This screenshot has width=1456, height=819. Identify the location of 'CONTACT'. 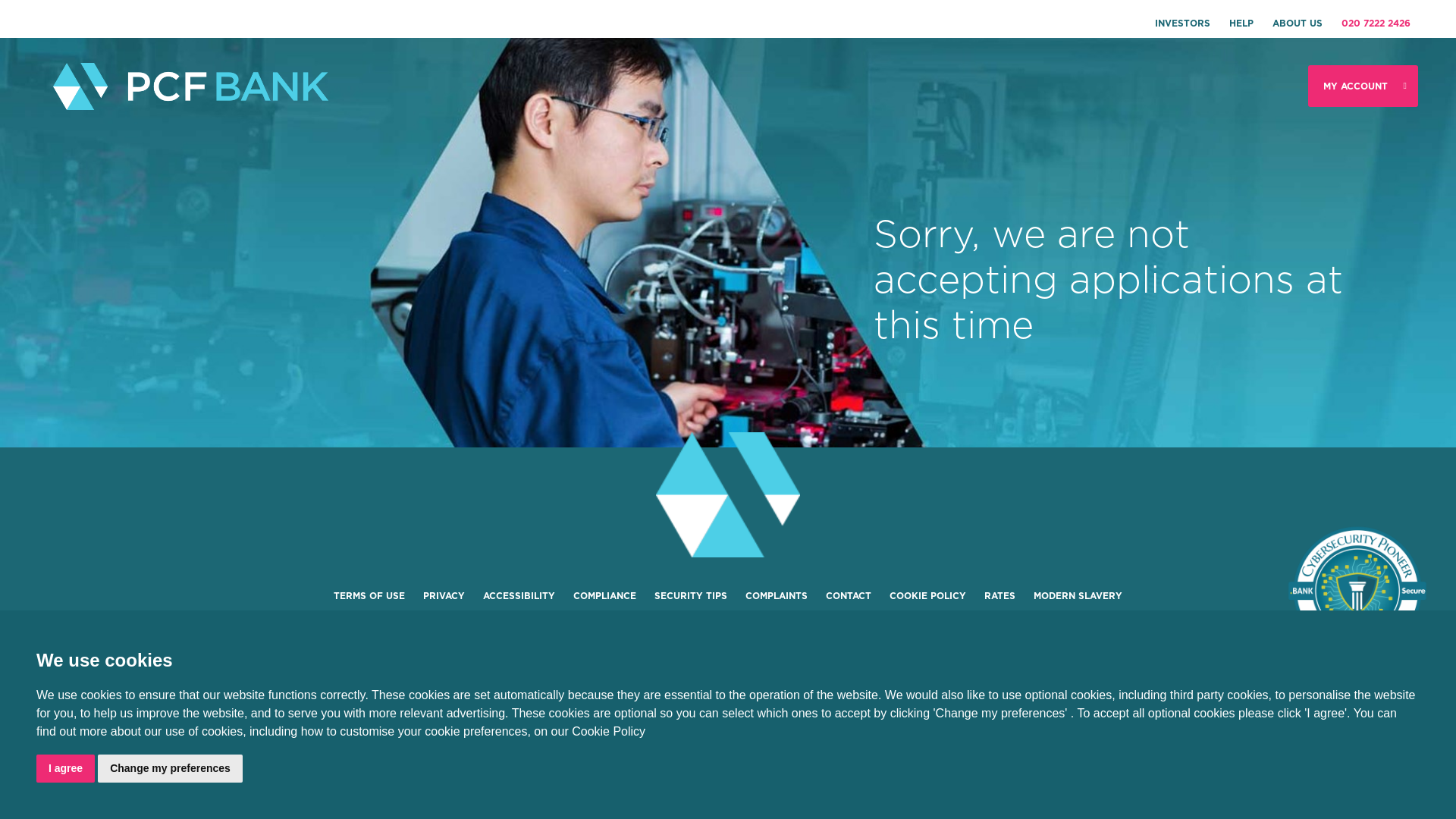
(825, 595).